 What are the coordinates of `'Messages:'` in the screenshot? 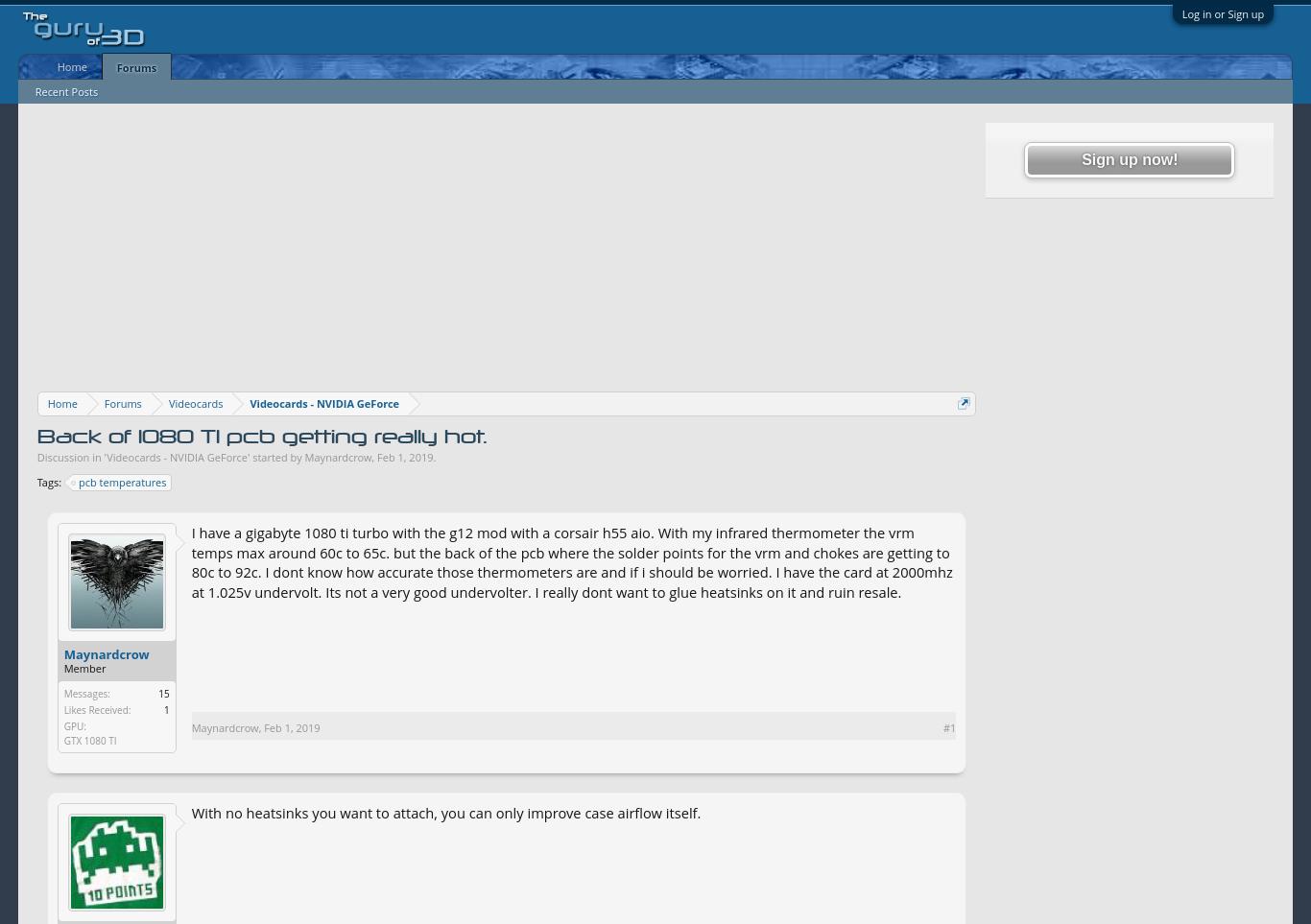 It's located at (86, 693).